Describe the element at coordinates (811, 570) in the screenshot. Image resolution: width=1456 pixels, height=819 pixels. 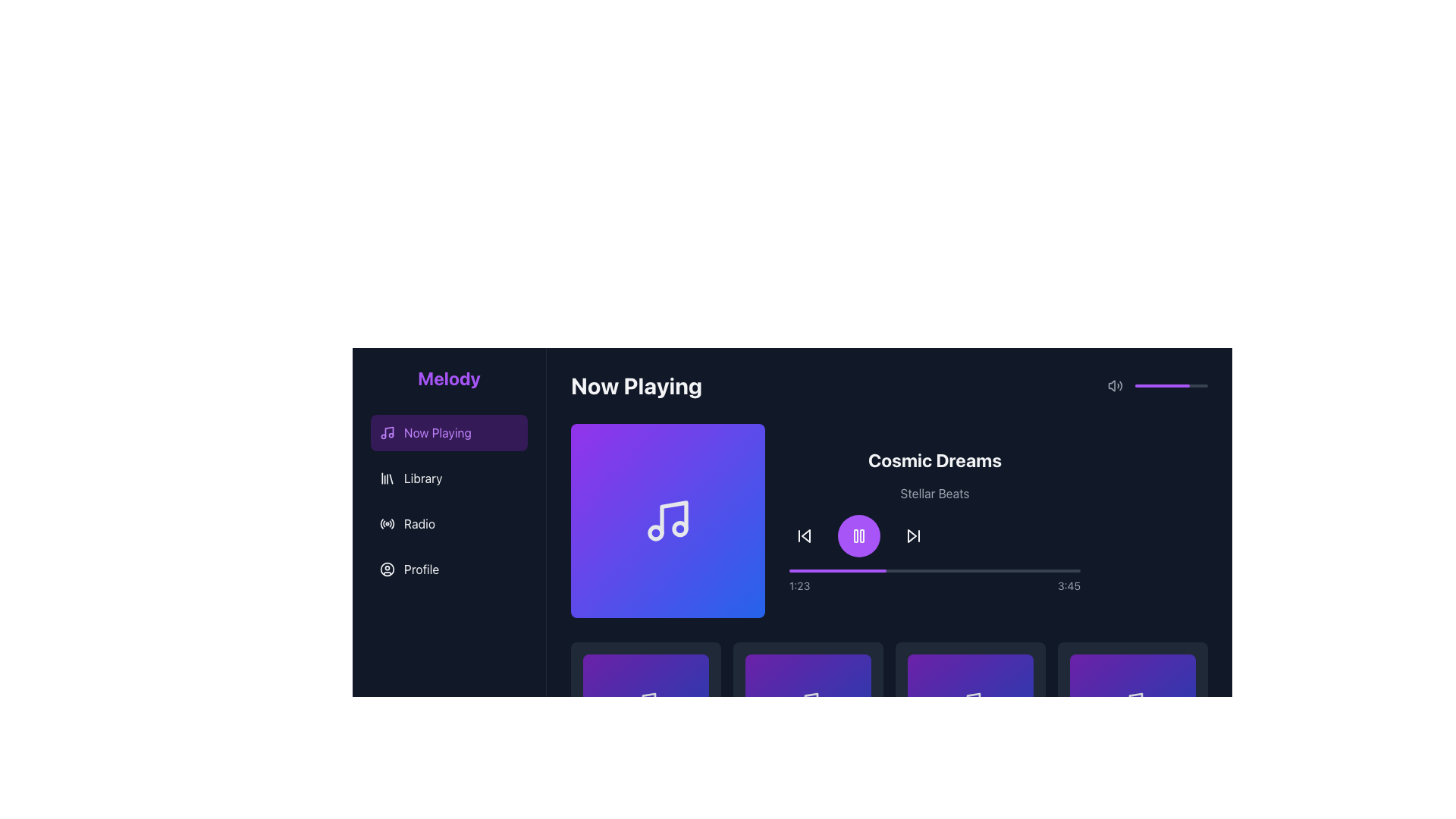
I see `the playback progress` at that location.